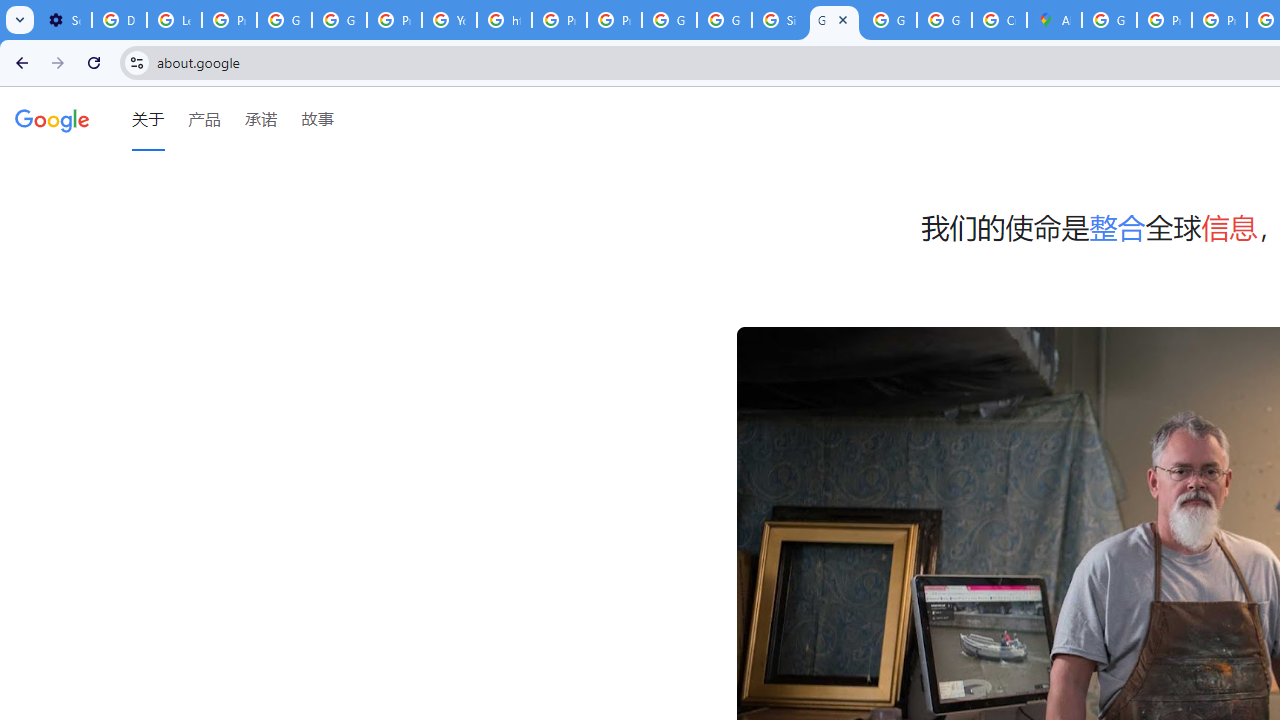 The image size is (1280, 720). I want to click on 'Privacy Help Center - Policies Help', so click(1164, 20).